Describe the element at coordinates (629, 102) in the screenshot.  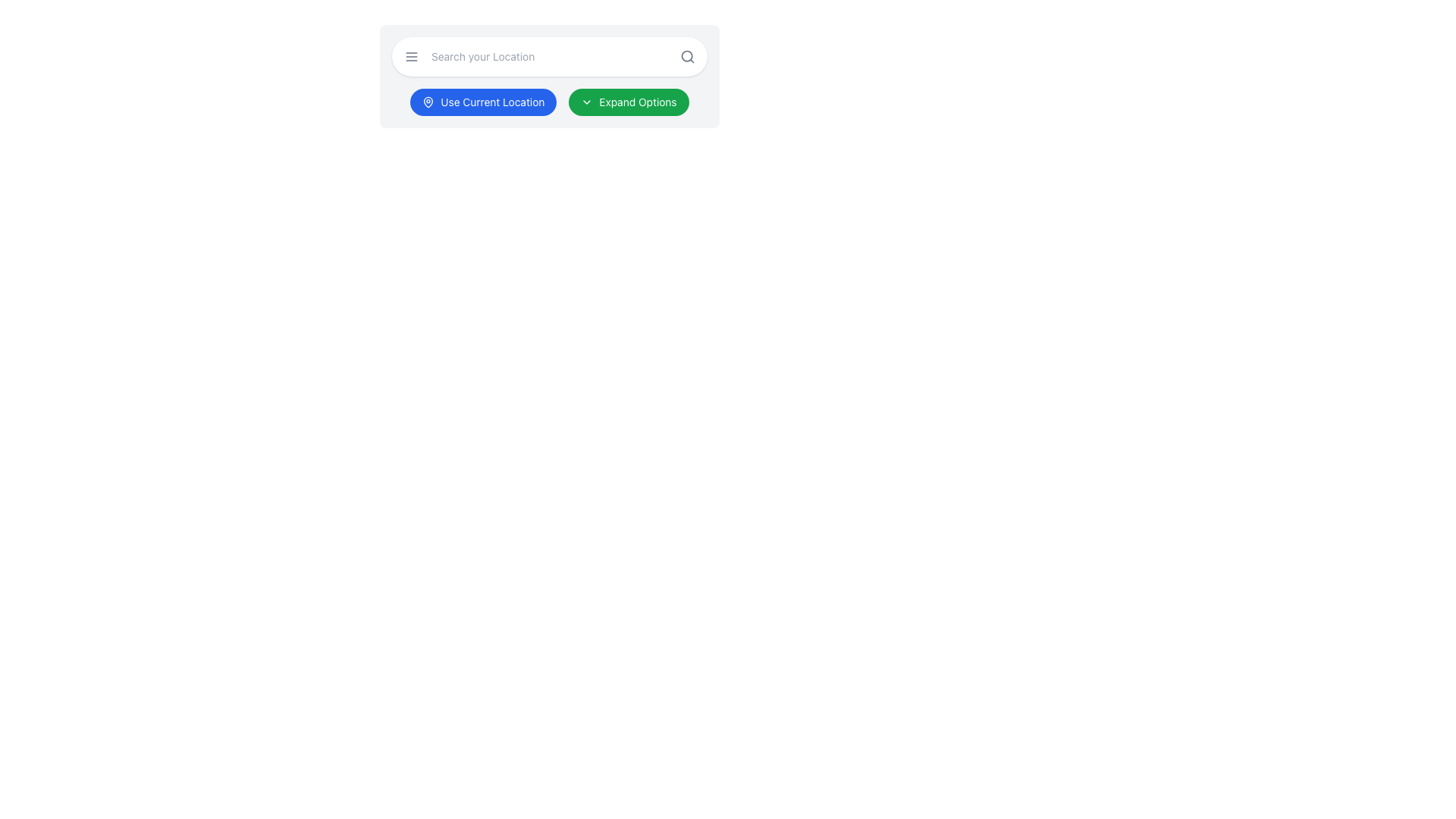
I see `the green 'Expand Options' button with a downward chevron icon` at that location.